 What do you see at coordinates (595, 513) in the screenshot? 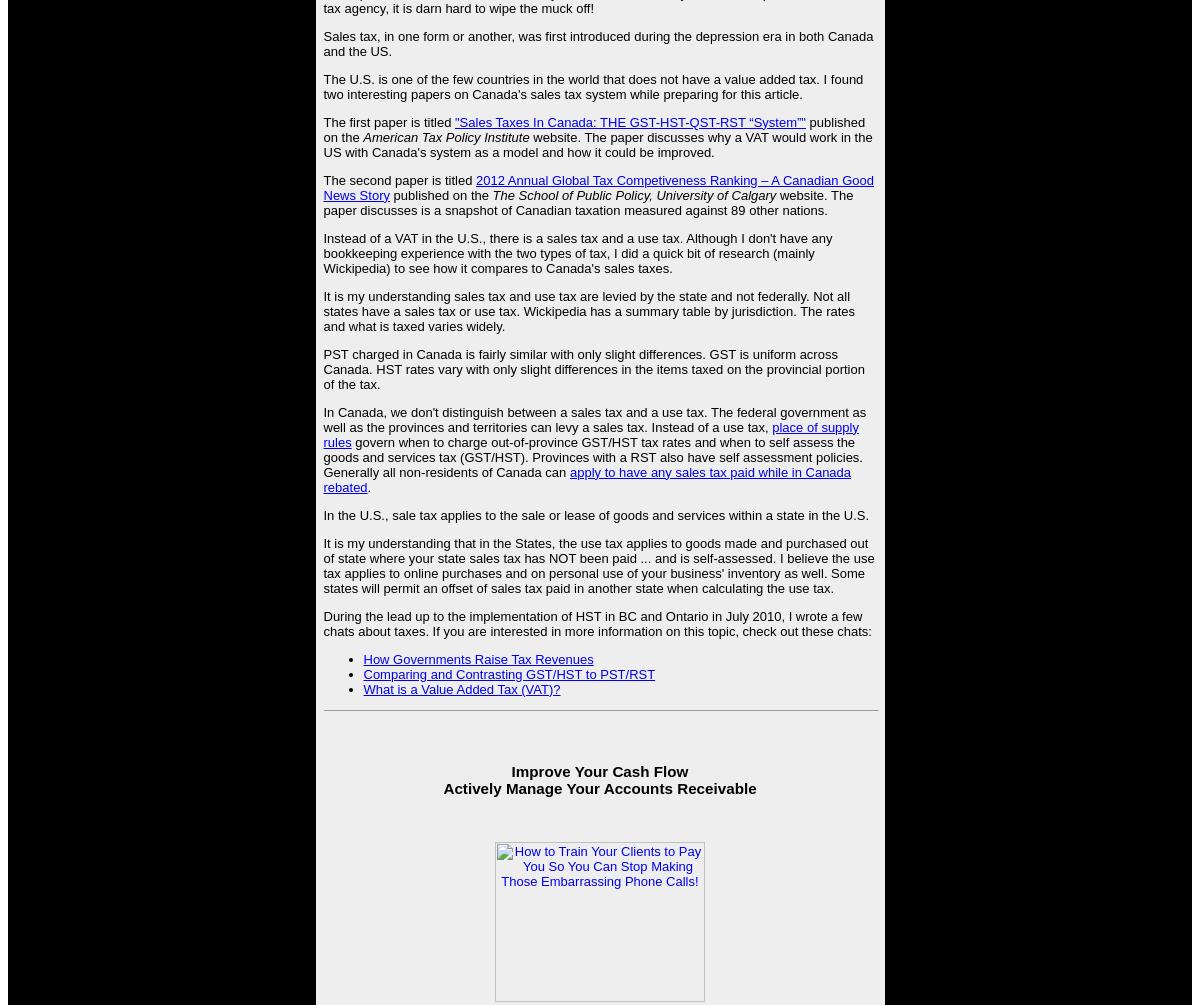
I see `'In the U.S., sale tax applies to the sale or lease of goods and services within a state in the U.S.'` at bounding box center [595, 513].